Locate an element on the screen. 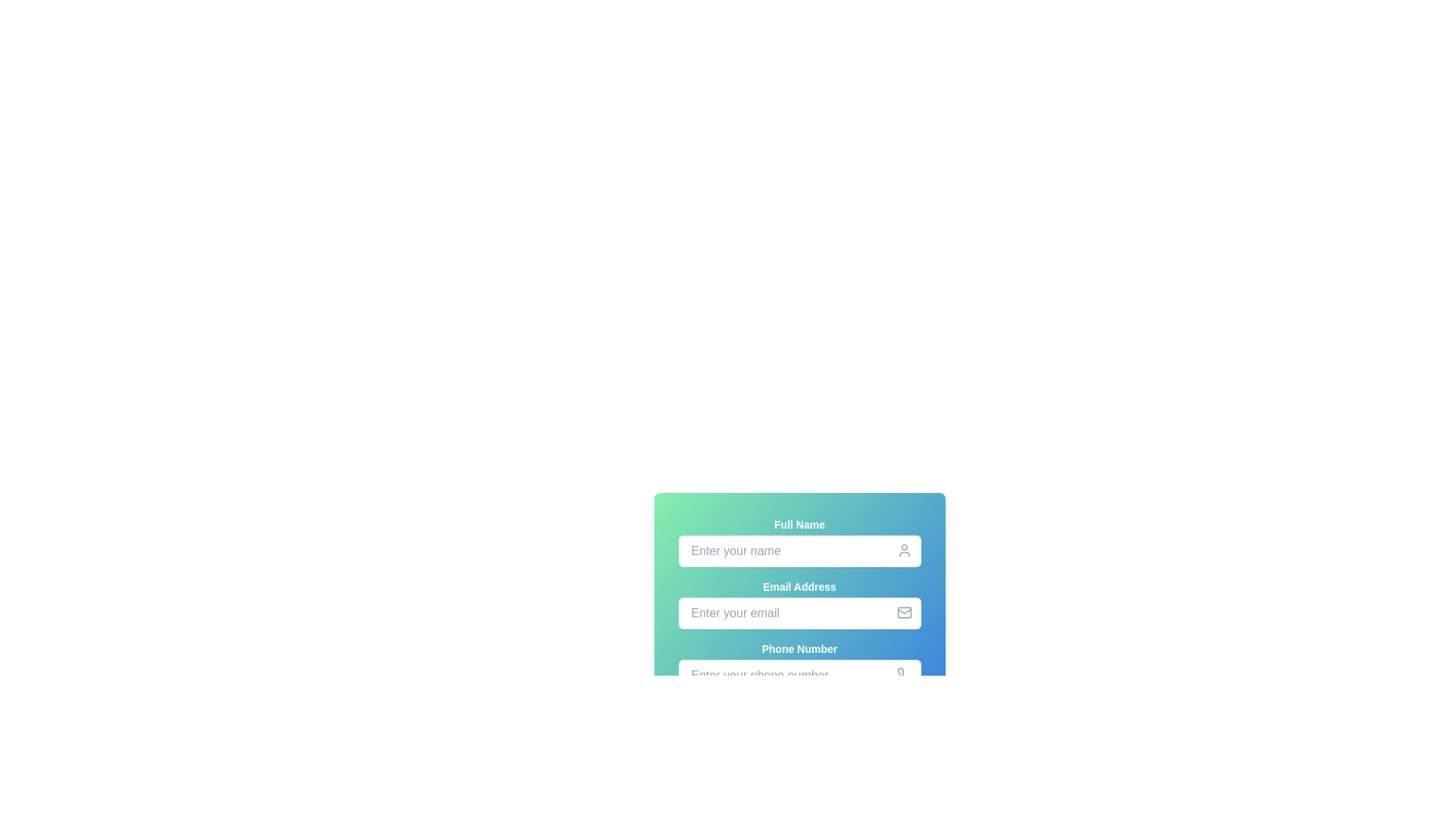 The height and width of the screenshot is (819, 1456). the 'Full Name' input field to focus on it, which is visually represented by a label, a text entry box, and a user profile icon is located at coordinates (799, 541).